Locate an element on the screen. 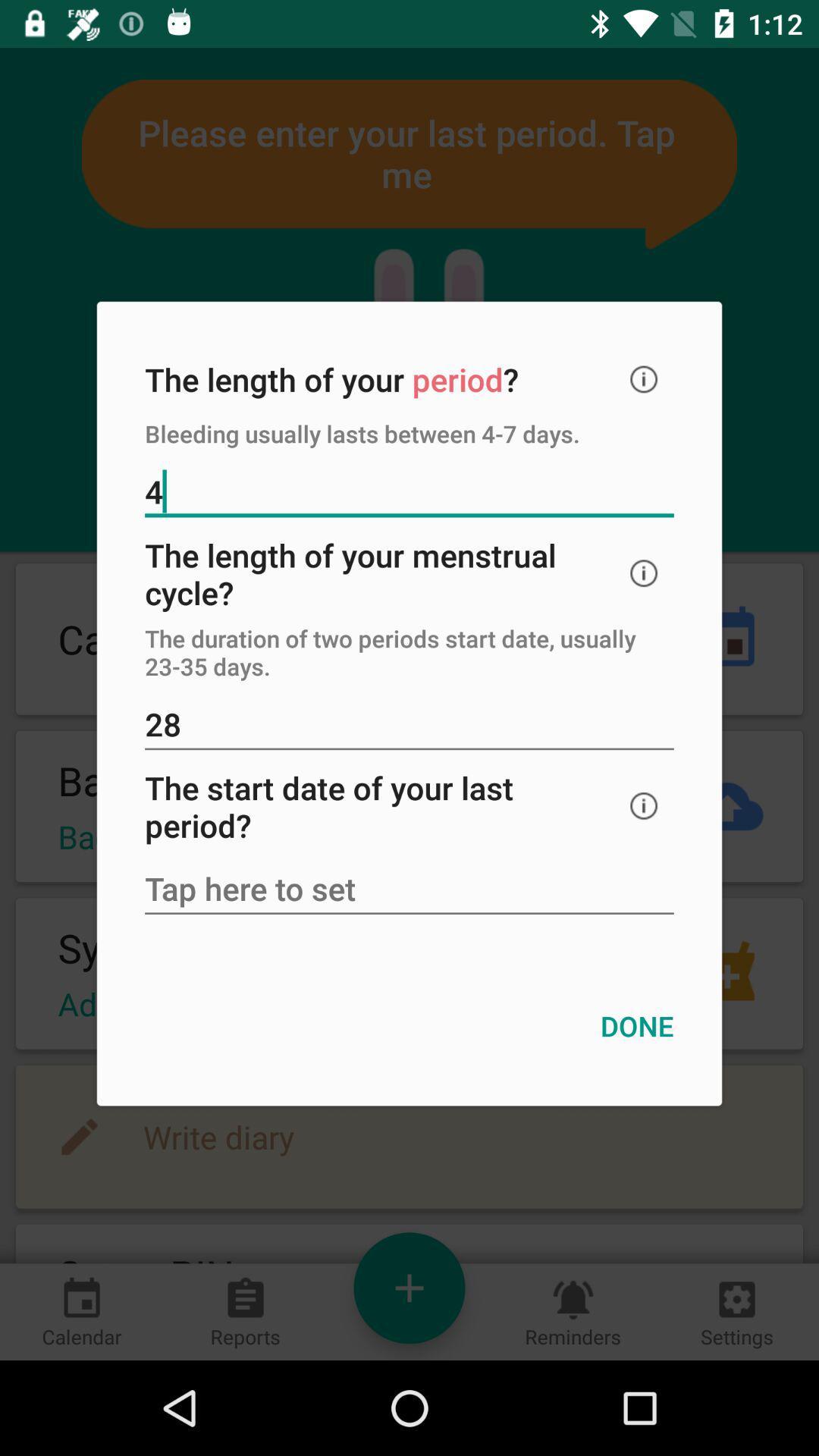 This screenshot has width=819, height=1456. more information is located at coordinates (644, 805).